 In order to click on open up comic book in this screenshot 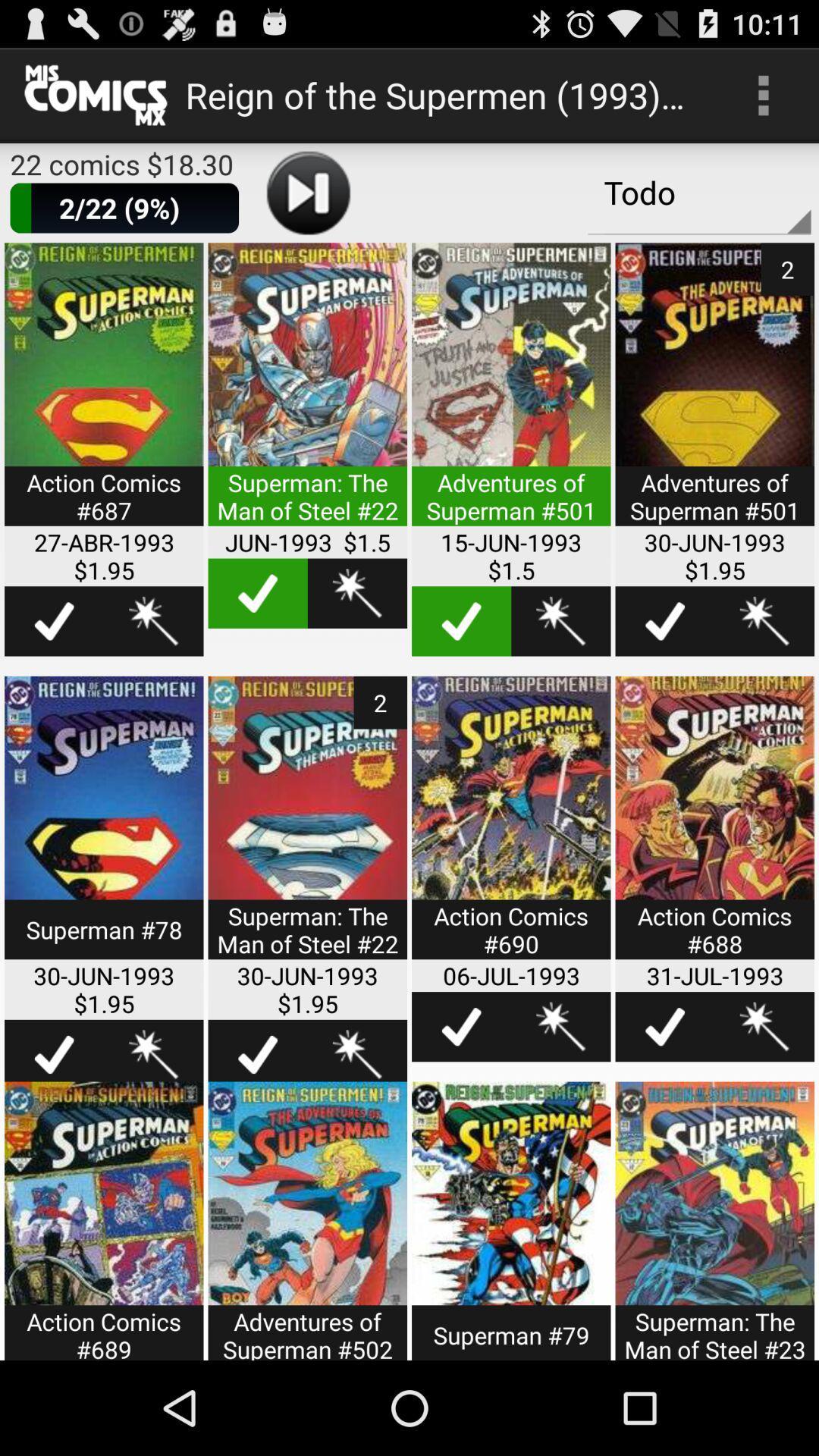, I will do `click(714, 827)`.